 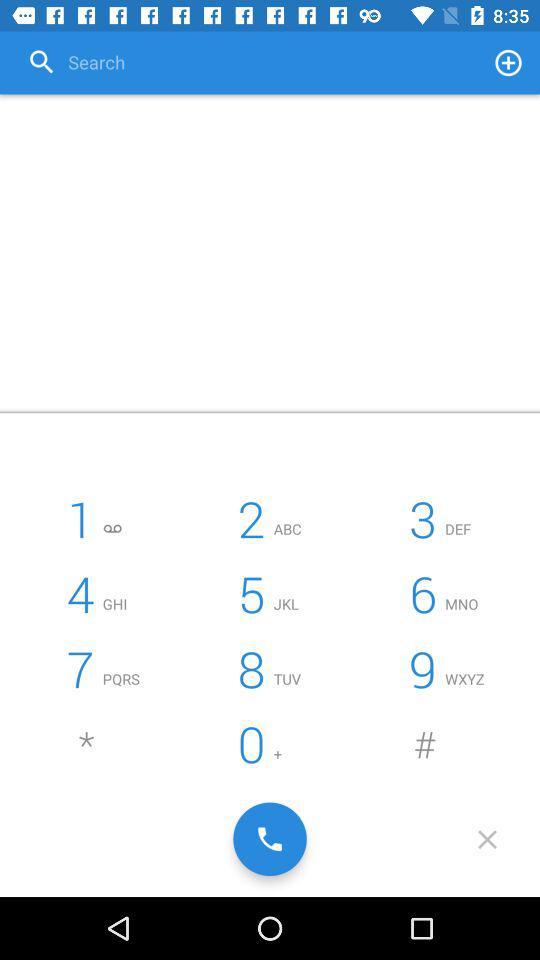 I want to click on the call icon, so click(x=270, y=839).